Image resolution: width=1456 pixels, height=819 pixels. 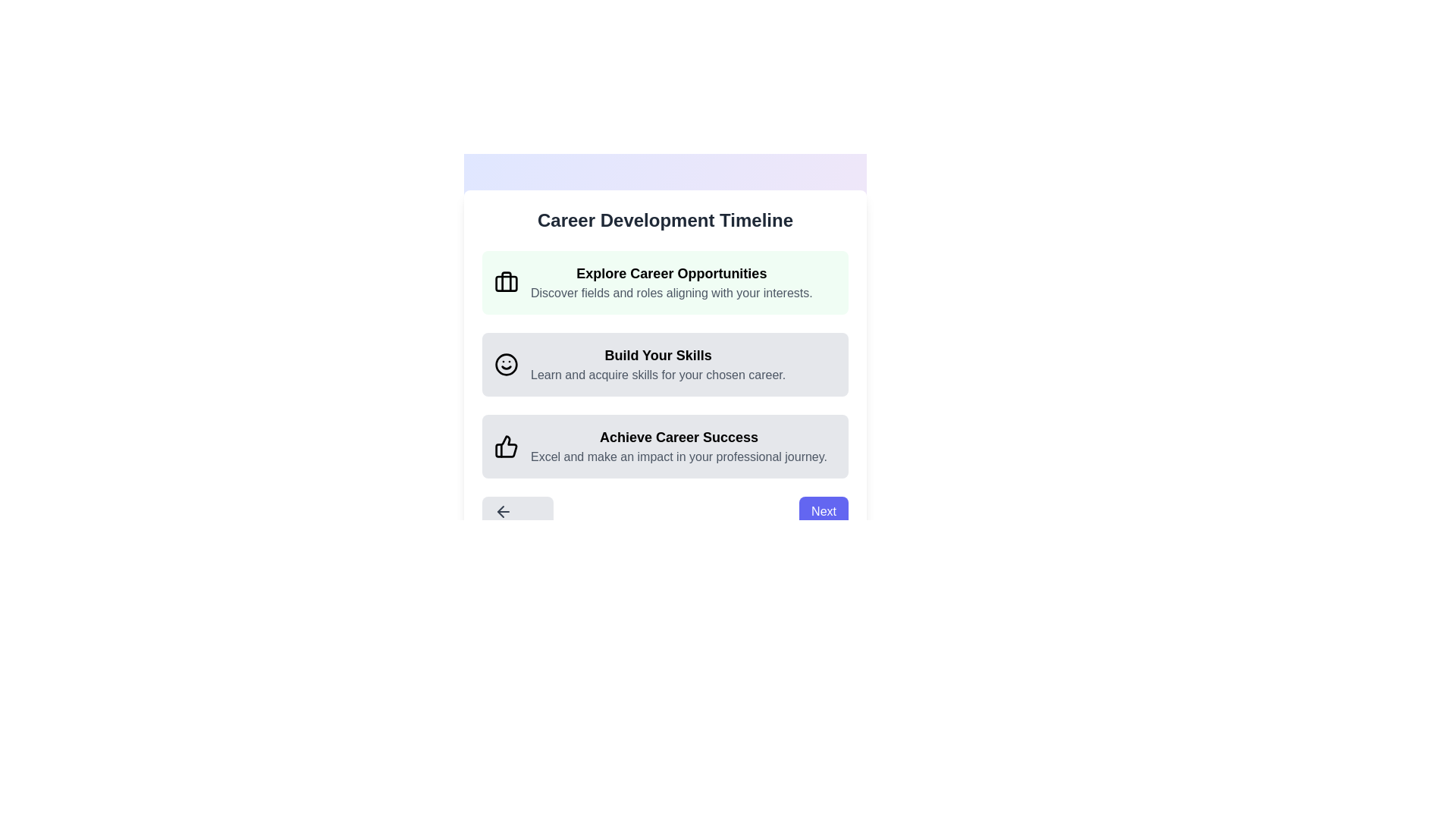 What do you see at coordinates (518, 519) in the screenshot?
I see `'Previous' button to navigate to the previous step` at bounding box center [518, 519].